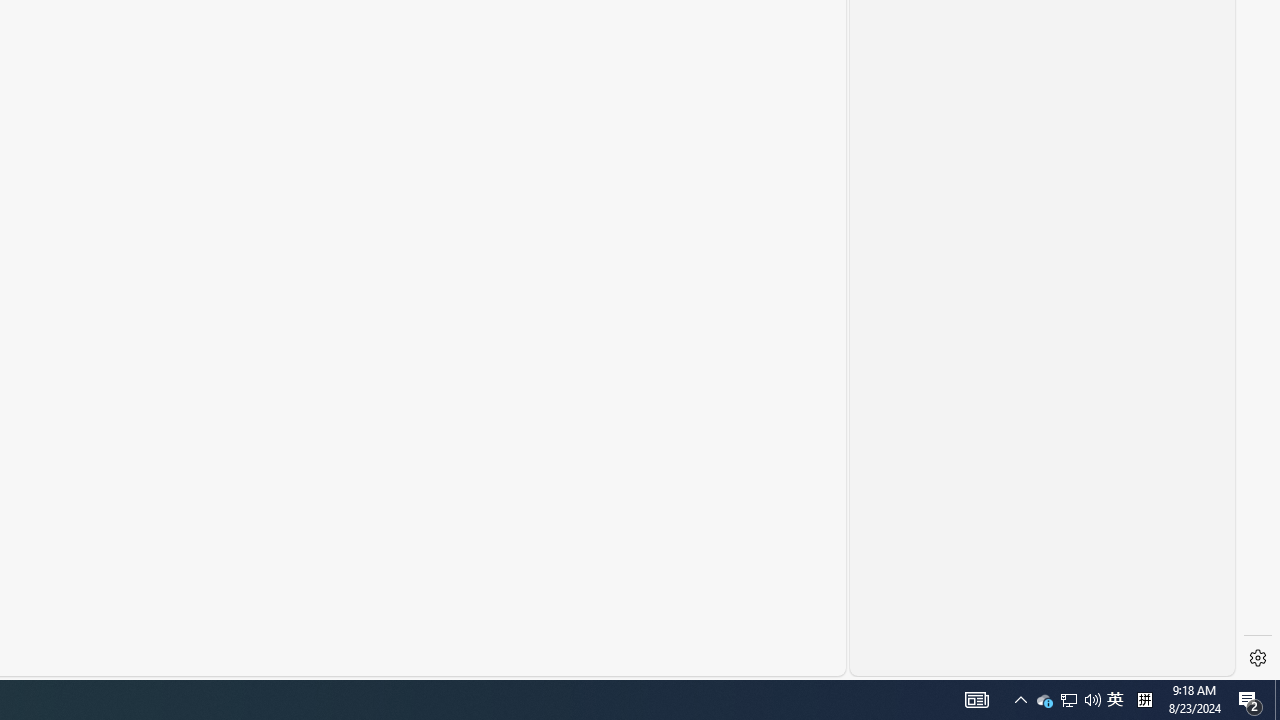 The width and height of the screenshot is (1280, 720). What do you see at coordinates (1250, 698) in the screenshot?
I see `'Action Center, 2 new notifications'` at bounding box center [1250, 698].